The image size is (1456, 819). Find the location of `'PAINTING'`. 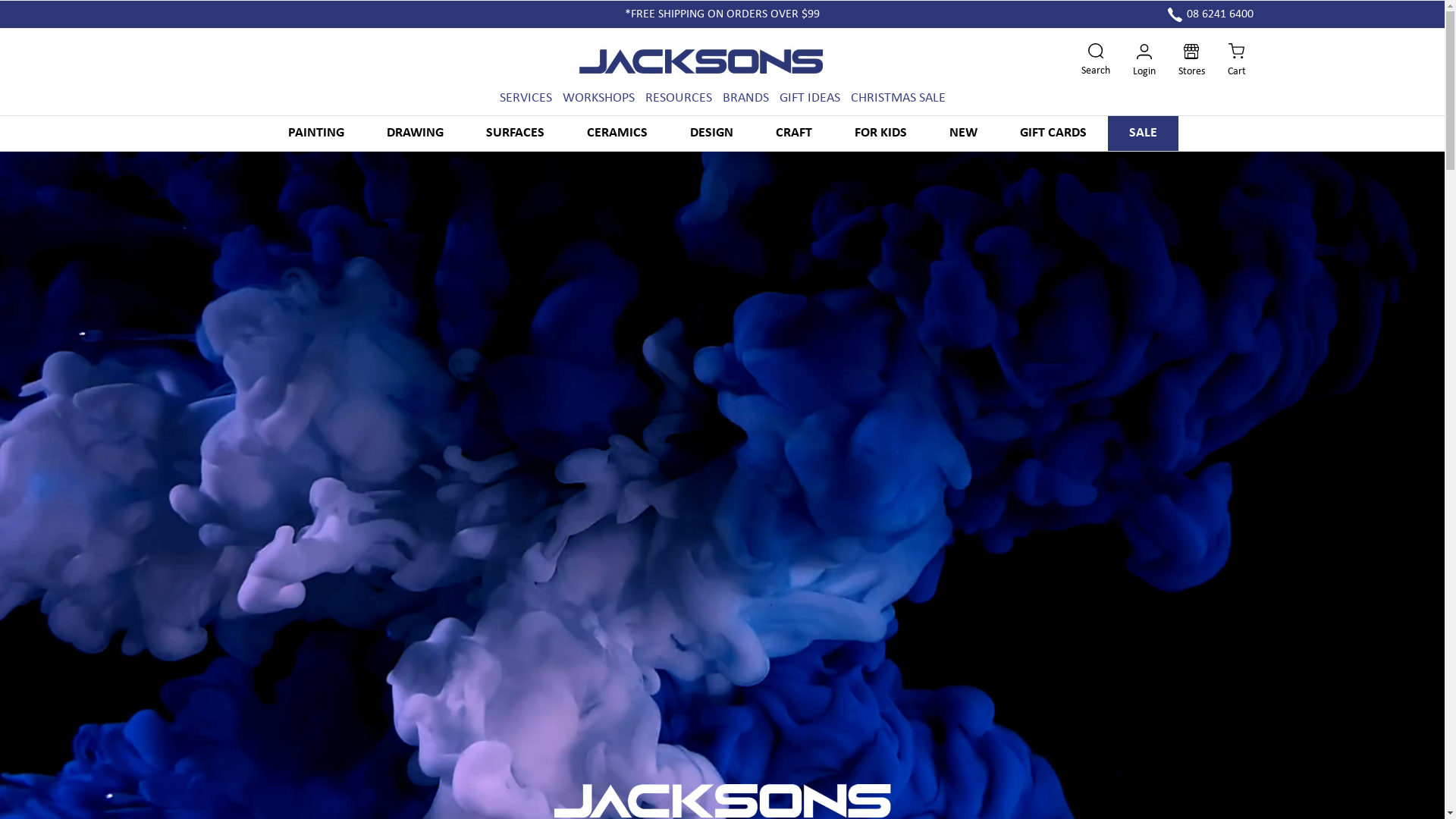

'PAINTING' is located at coordinates (315, 133).